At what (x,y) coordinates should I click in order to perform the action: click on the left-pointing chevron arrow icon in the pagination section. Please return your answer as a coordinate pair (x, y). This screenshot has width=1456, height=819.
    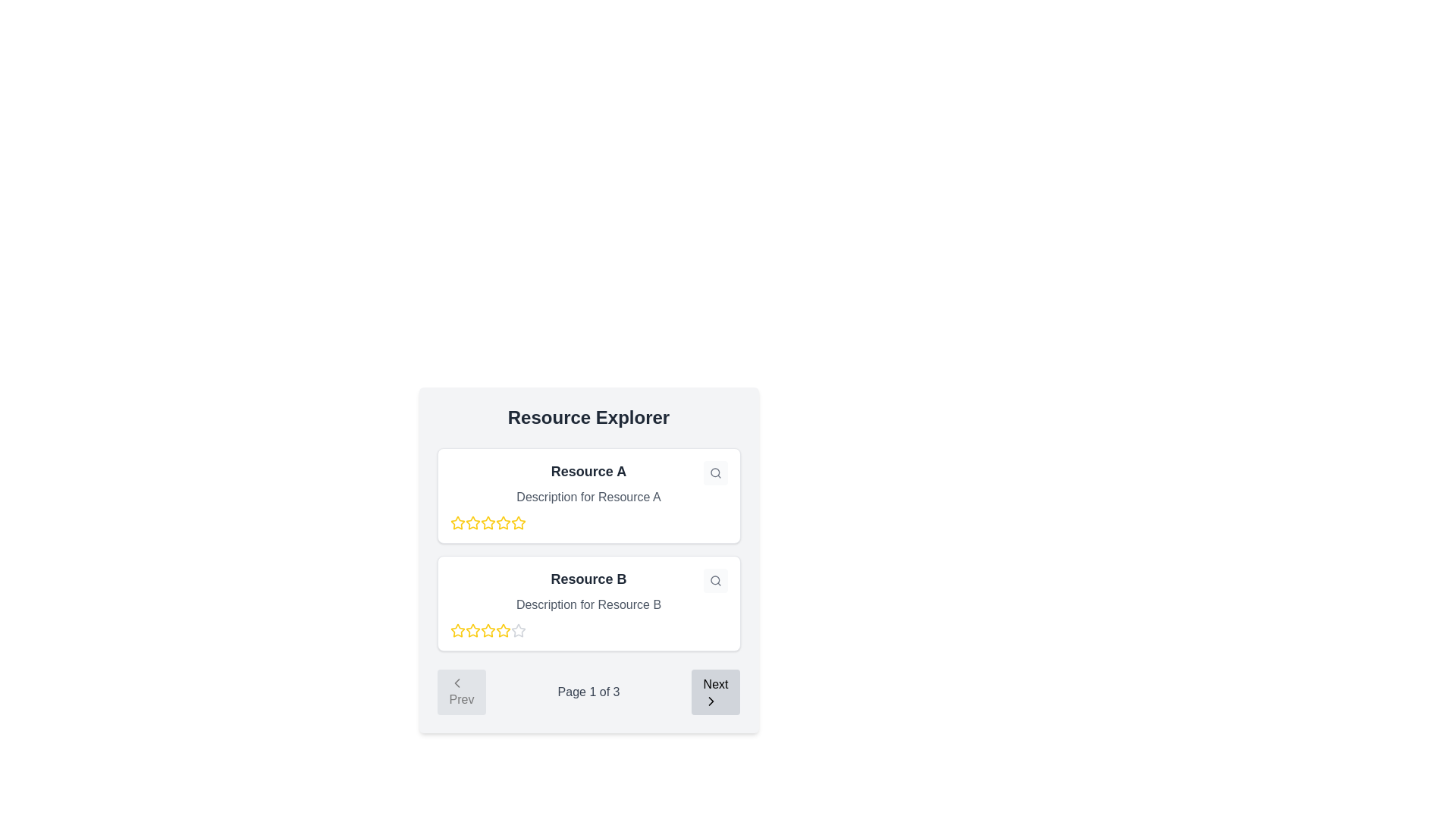
    Looking at the image, I should click on (456, 683).